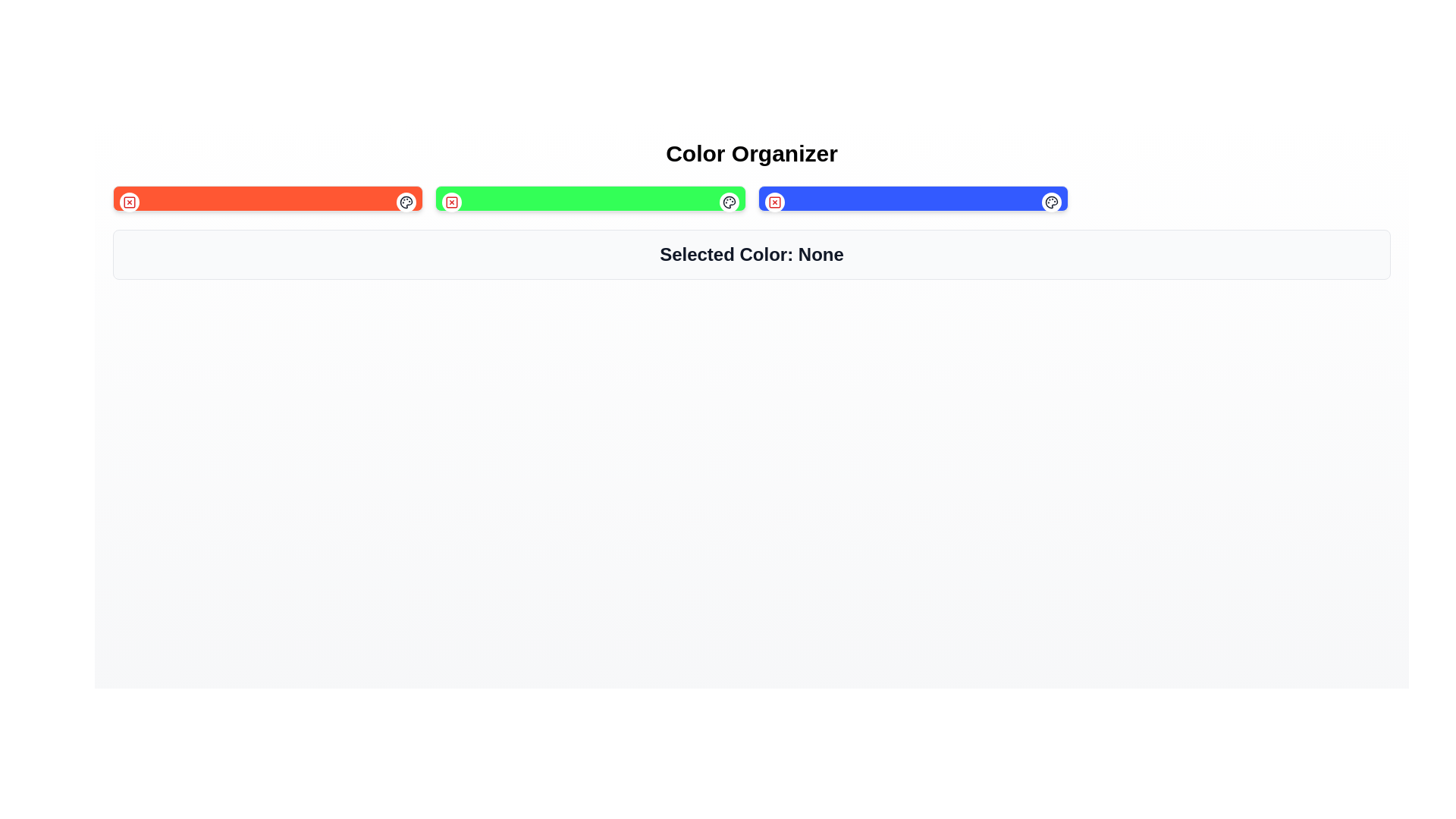 The height and width of the screenshot is (819, 1456). What do you see at coordinates (774, 201) in the screenshot?
I see `the red square button with a white 'X' on a circular background located at the right end of the blue horizontal bar` at bounding box center [774, 201].